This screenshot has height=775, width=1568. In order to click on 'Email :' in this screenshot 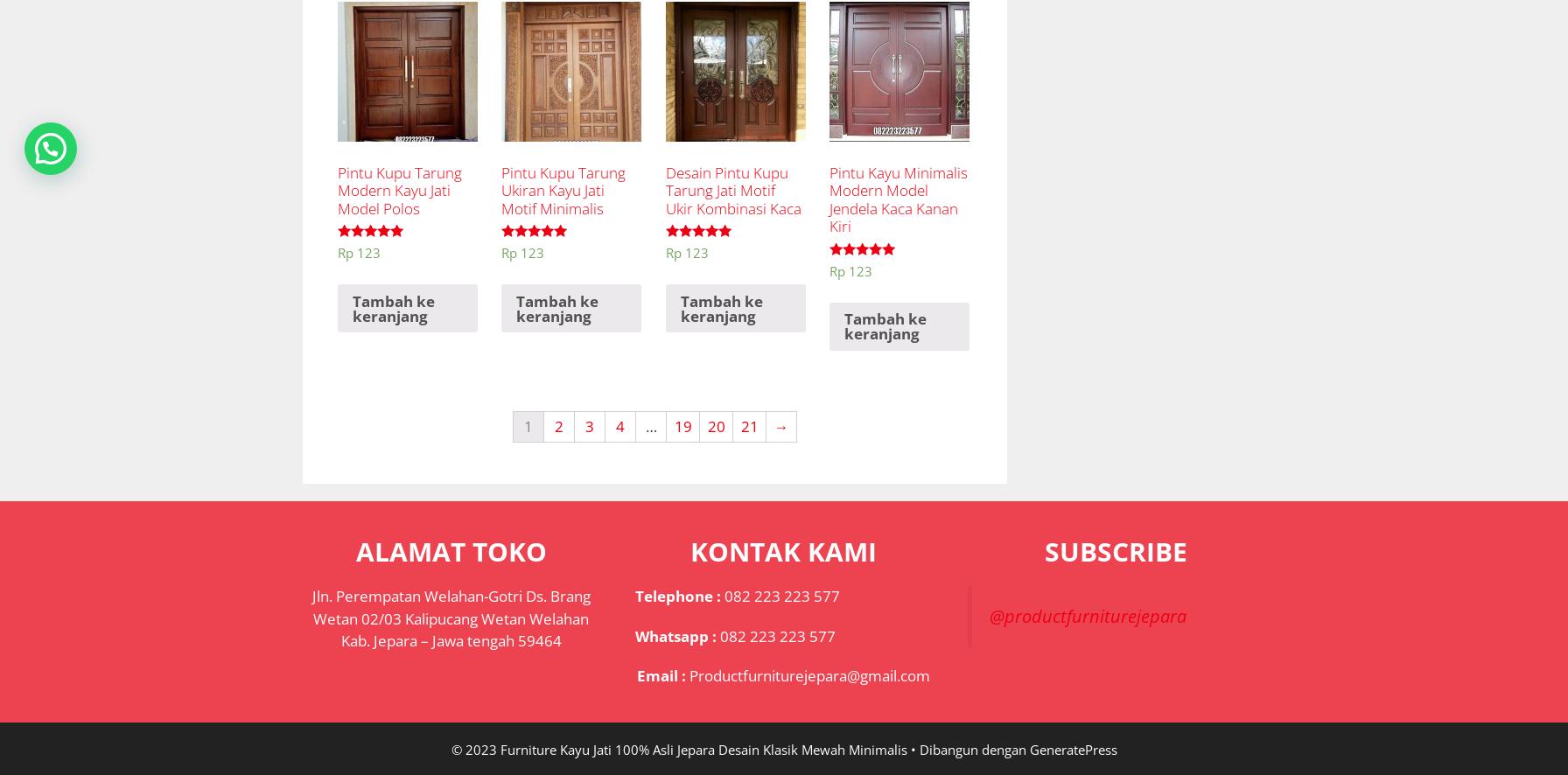, I will do `click(663, 674)`.